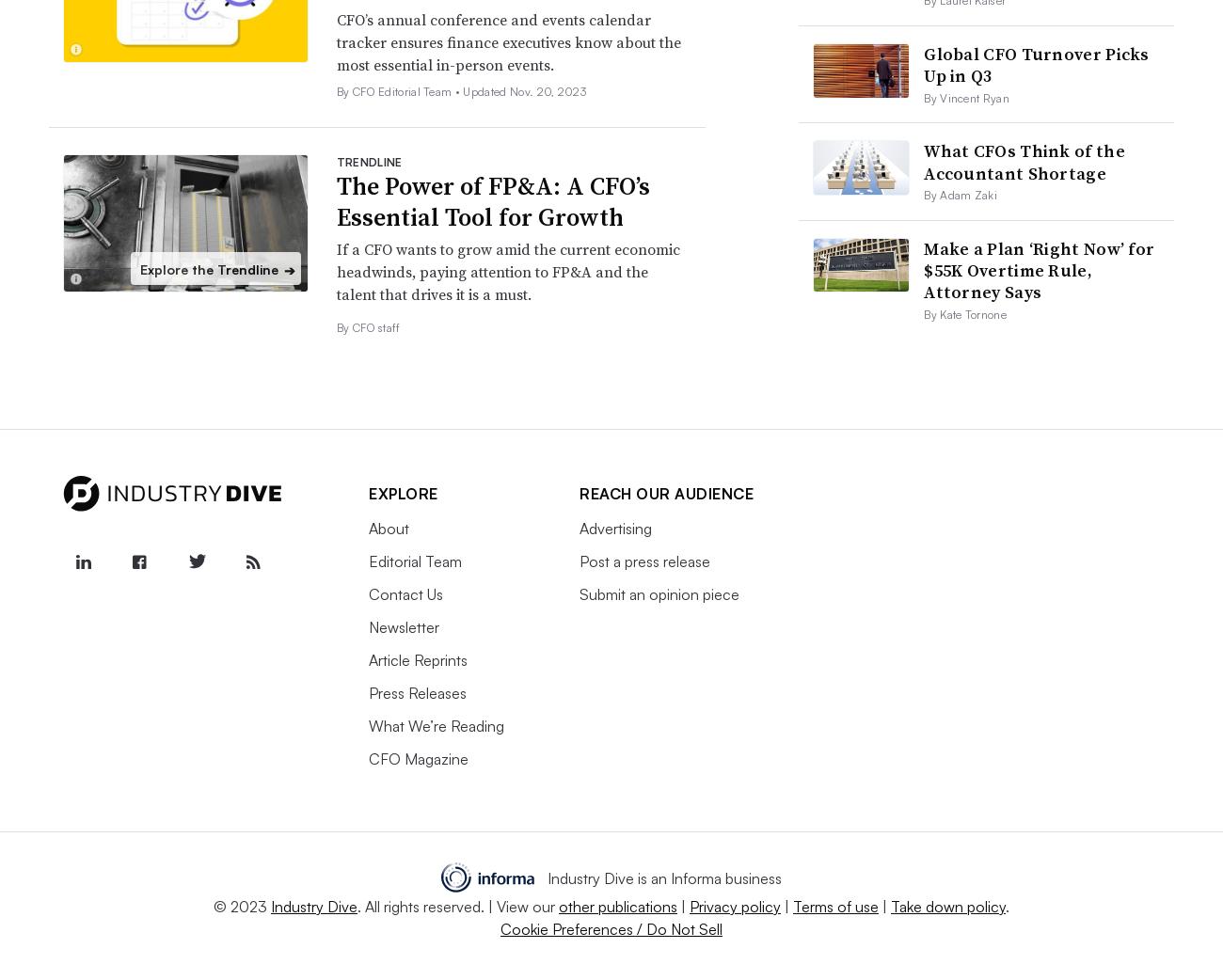  Describe the element at coordinates (207, 269) in the screenshot. I see `'Explore the Trendline'` at that location.